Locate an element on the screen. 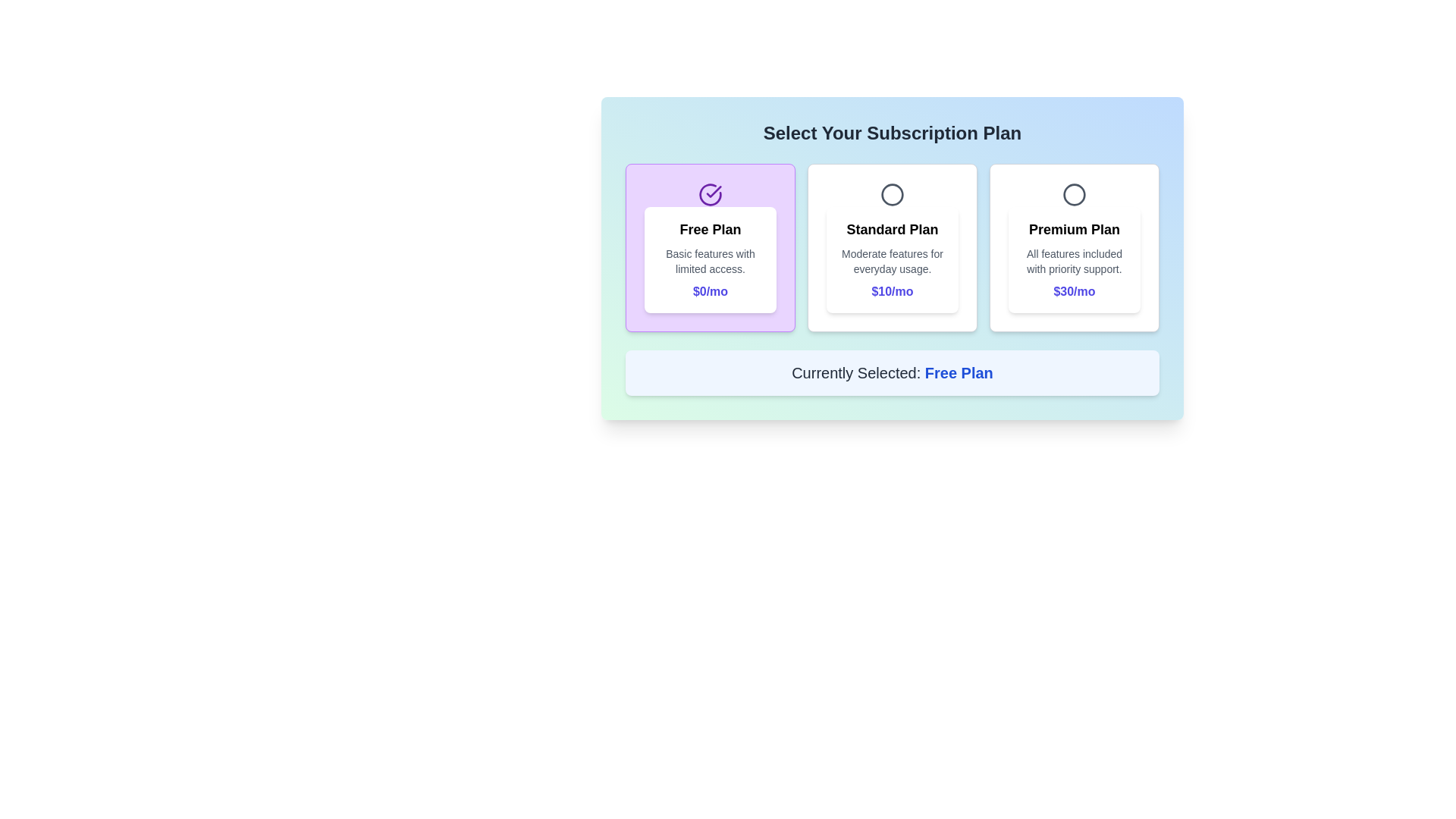 The height and width of the screenshot is (819, 1456). the 'Standard Plan' title text label, which indicates the name of the specific plan and is positioned above the description and price is located at coordinates (892, 230).